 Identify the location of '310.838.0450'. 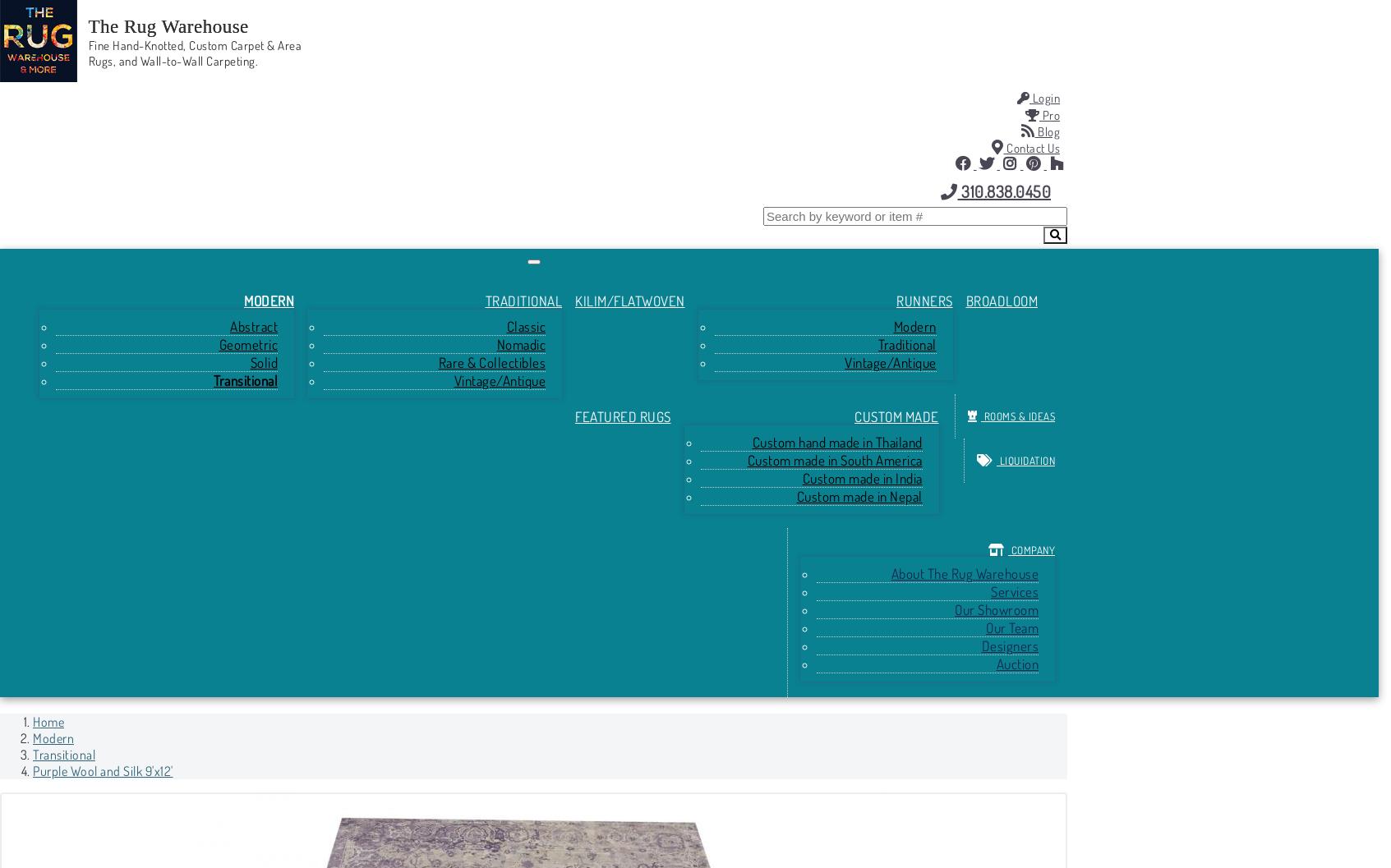
(1003, 190).